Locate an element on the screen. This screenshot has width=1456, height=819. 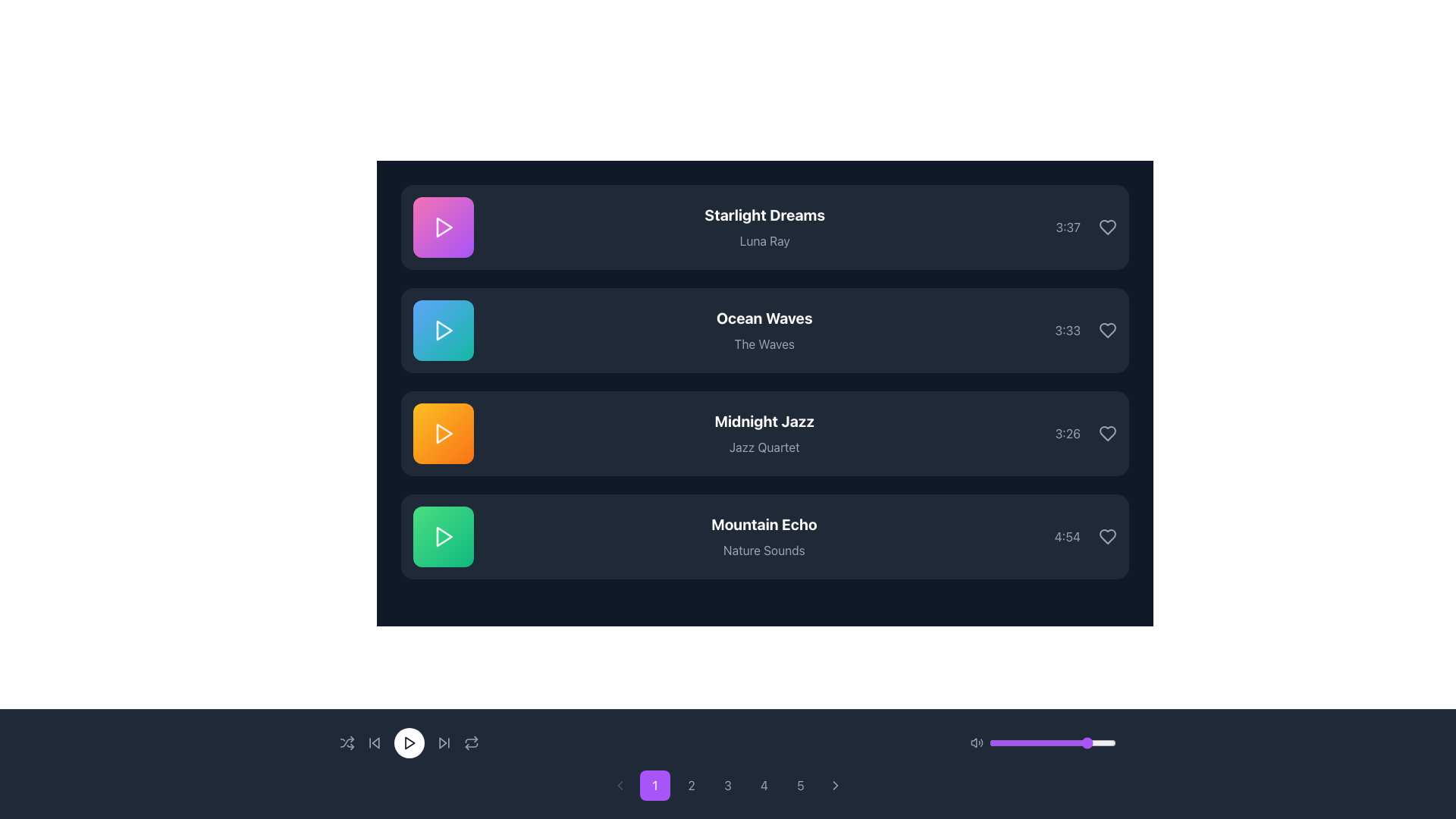
the slider is located at coordinates (1071, 742).